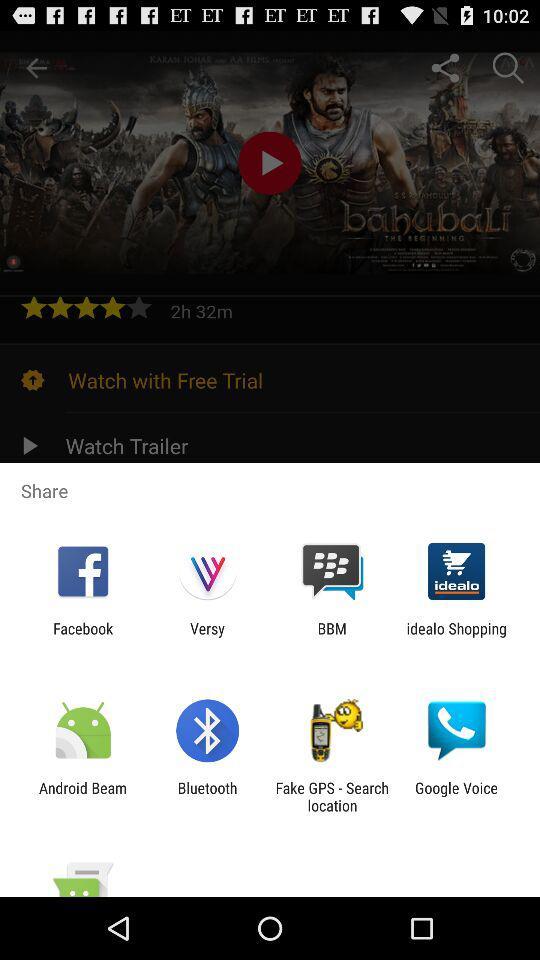 The image size is (540, 960). Describe the element at coordinates (206, 636) in the screenshot. I see `the icon to the right of the facebook icon` at that location.